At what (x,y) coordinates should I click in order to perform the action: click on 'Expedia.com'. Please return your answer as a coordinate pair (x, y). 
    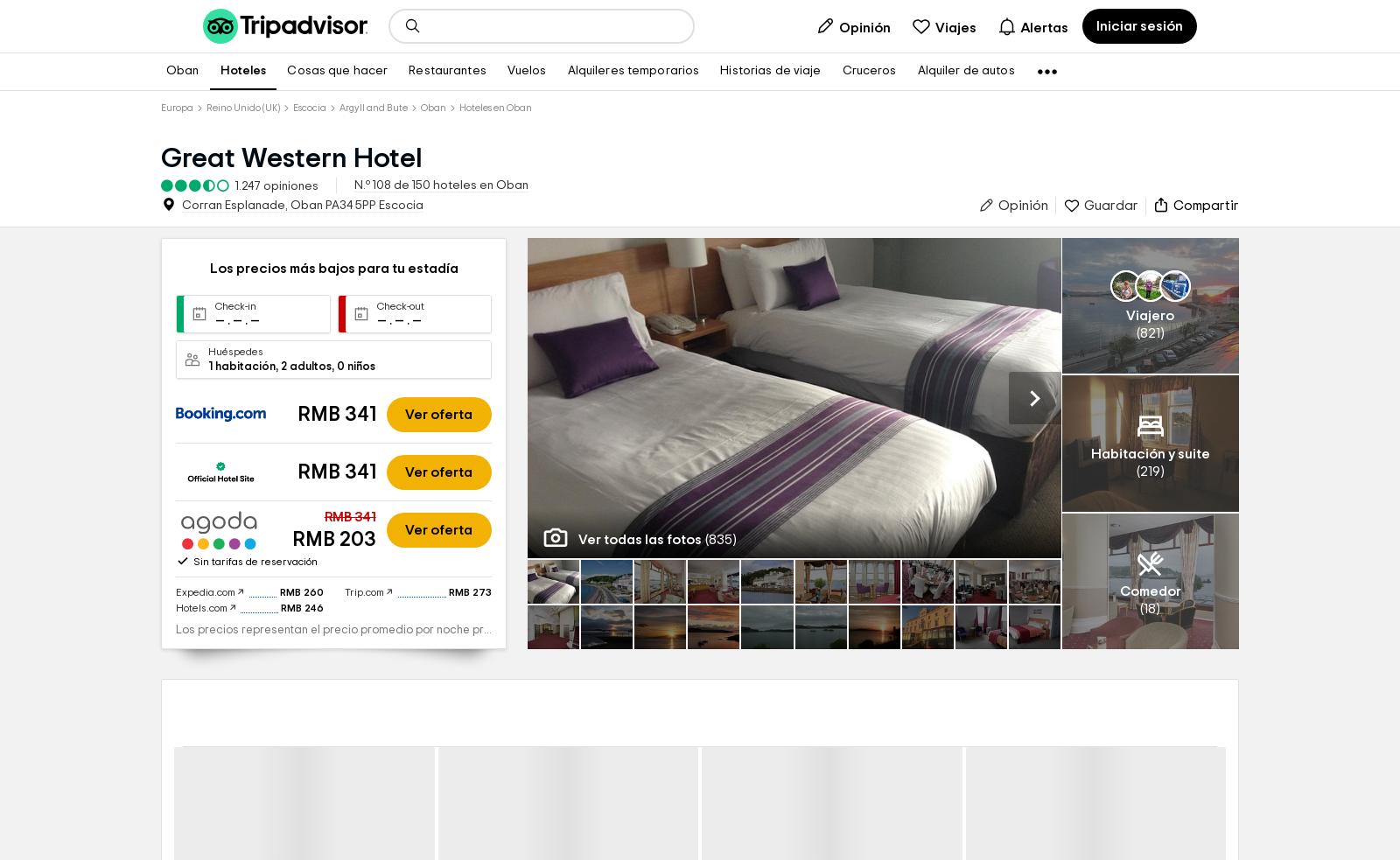
    Looking at the image, I should click on (206, 754).